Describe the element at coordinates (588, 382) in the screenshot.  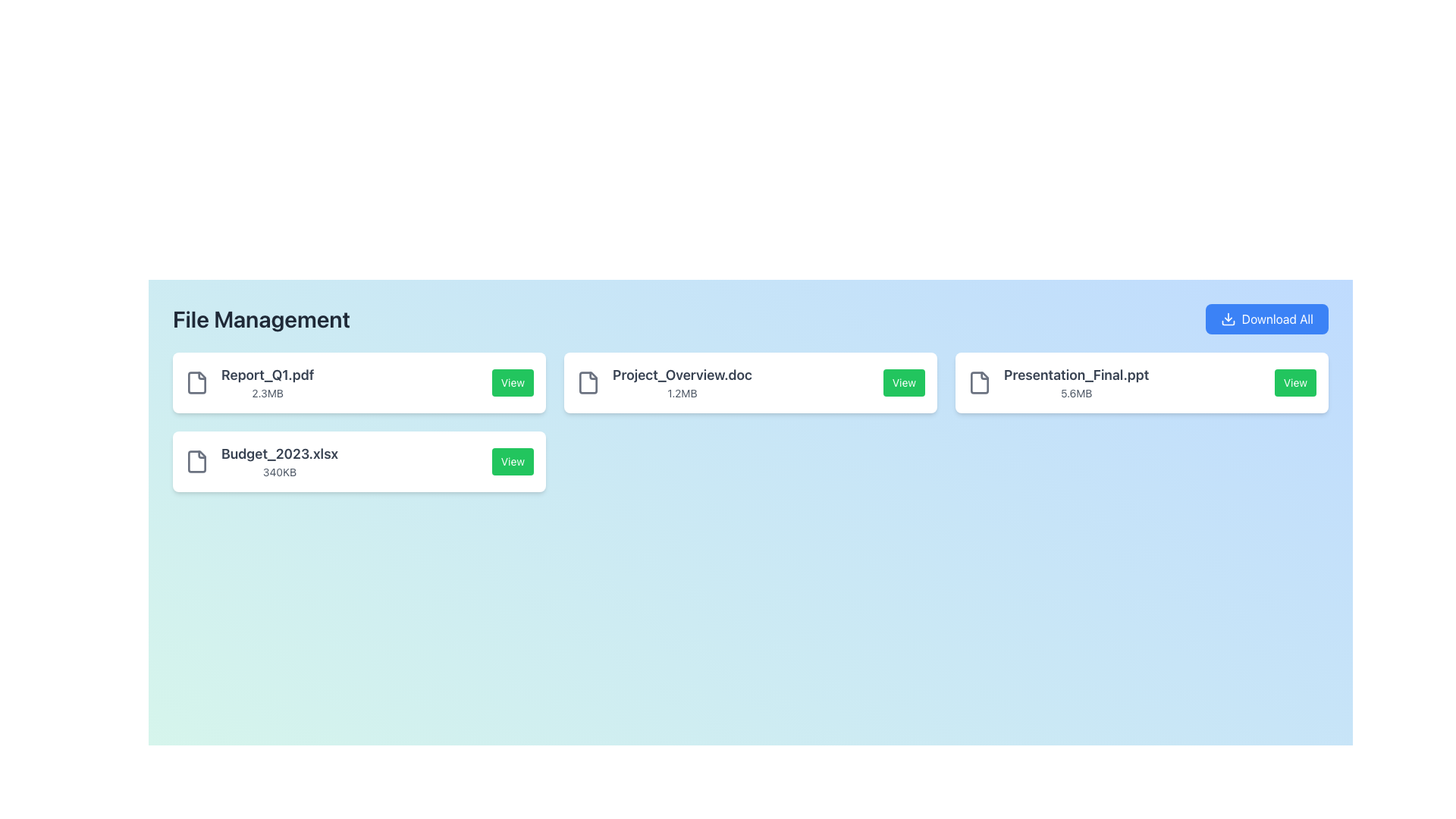
I see `the document file icon, which is a grayish square-shaped icon located to the left of the text 'Project_Overview.doc'` at that location.